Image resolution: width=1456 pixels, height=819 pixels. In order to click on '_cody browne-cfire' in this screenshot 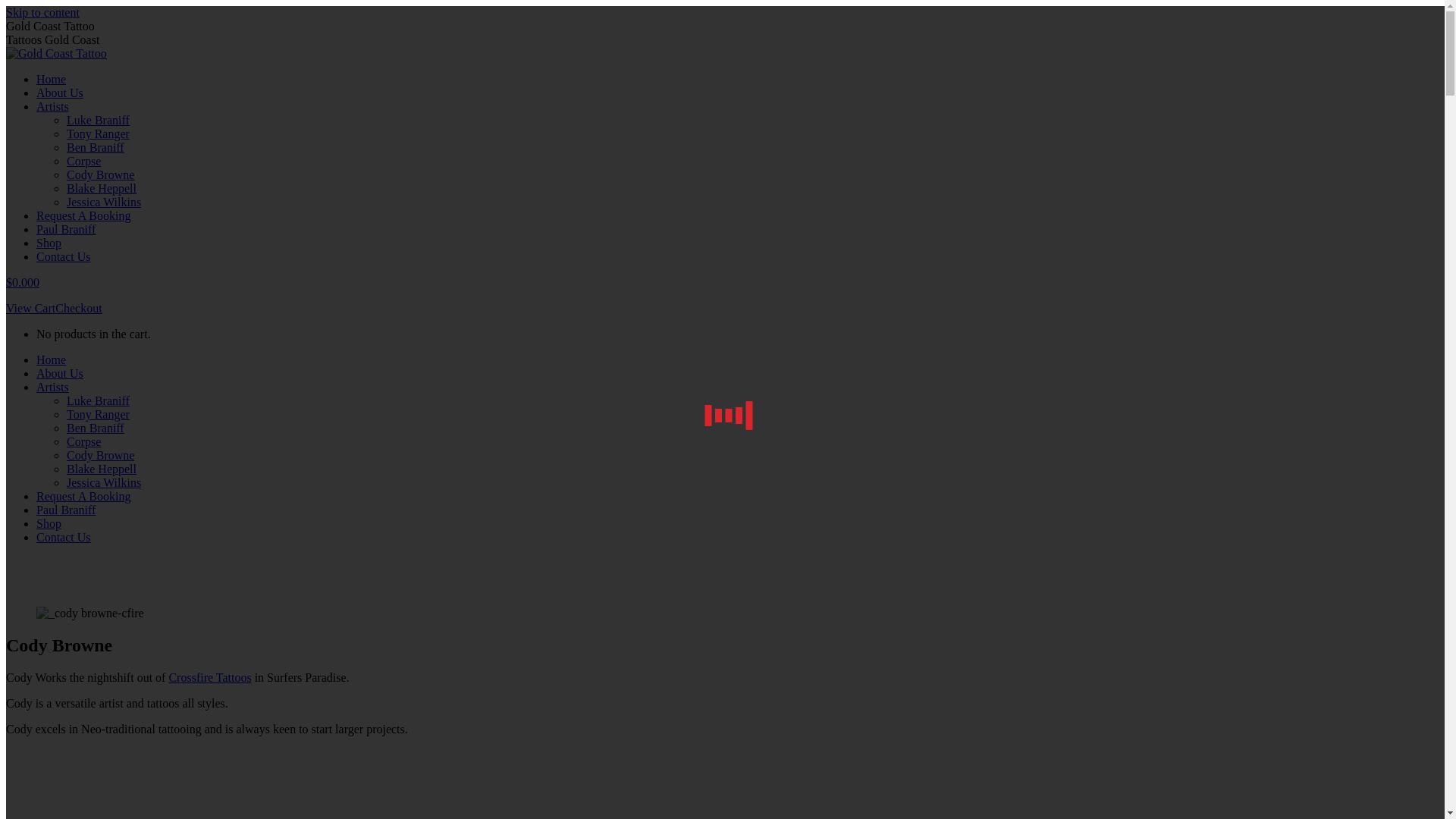, I will do `click(36, 613)`.